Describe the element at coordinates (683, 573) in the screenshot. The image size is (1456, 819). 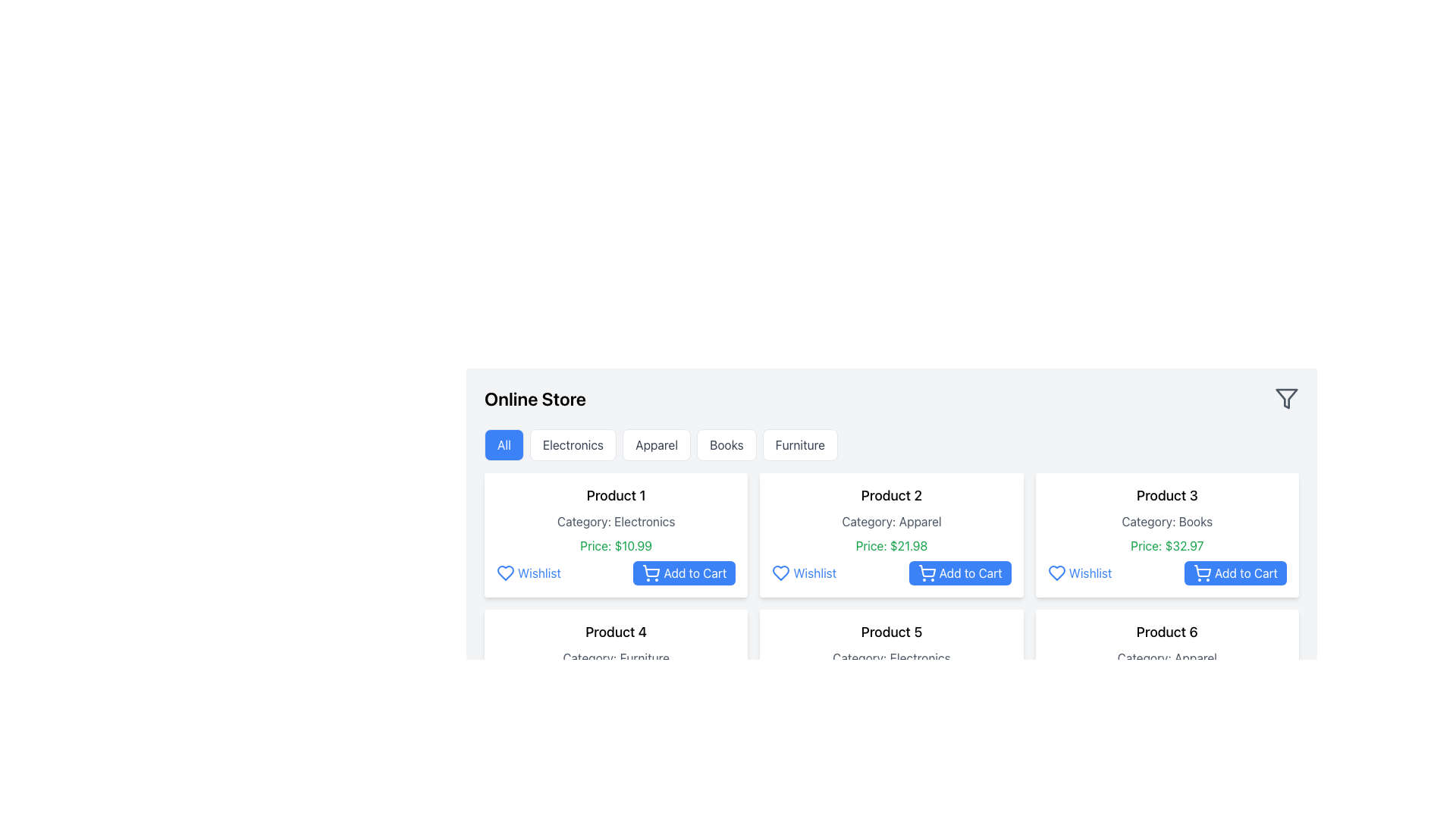
I see `the 'Add to Cart' button located in the 'Product 1' card, positioned below the price information and to the right of the 'Wishlist' link` at that location.